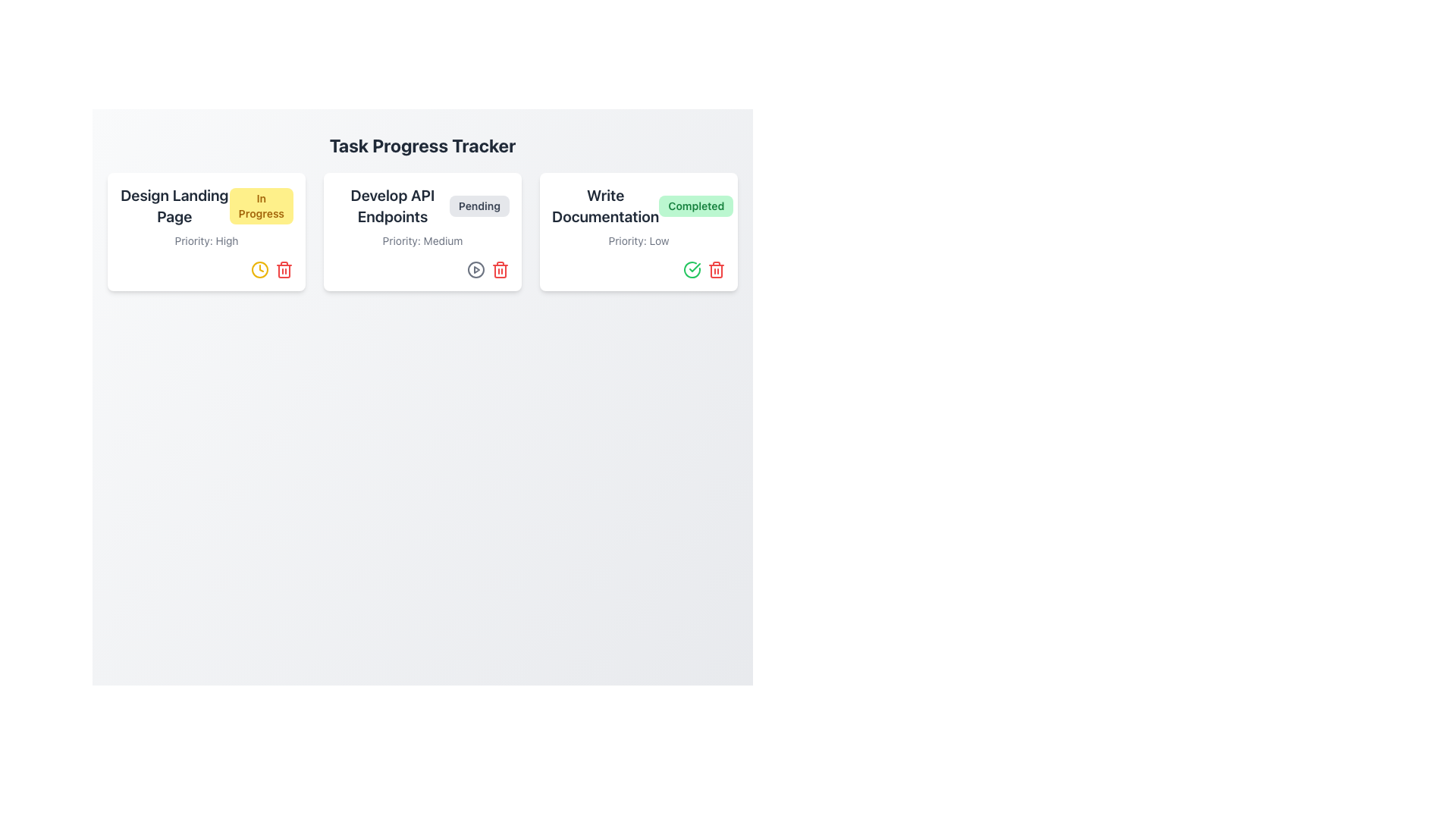 Image resolution: width=1456 pixels, height=819 pixels. What do you see at coordinates (259, 268) in the screenshot?
I see `the yellow clock icon in the 'Design Landing Page' card within the 'Task Progress Tracker' section` at bounding box center [259, 268].